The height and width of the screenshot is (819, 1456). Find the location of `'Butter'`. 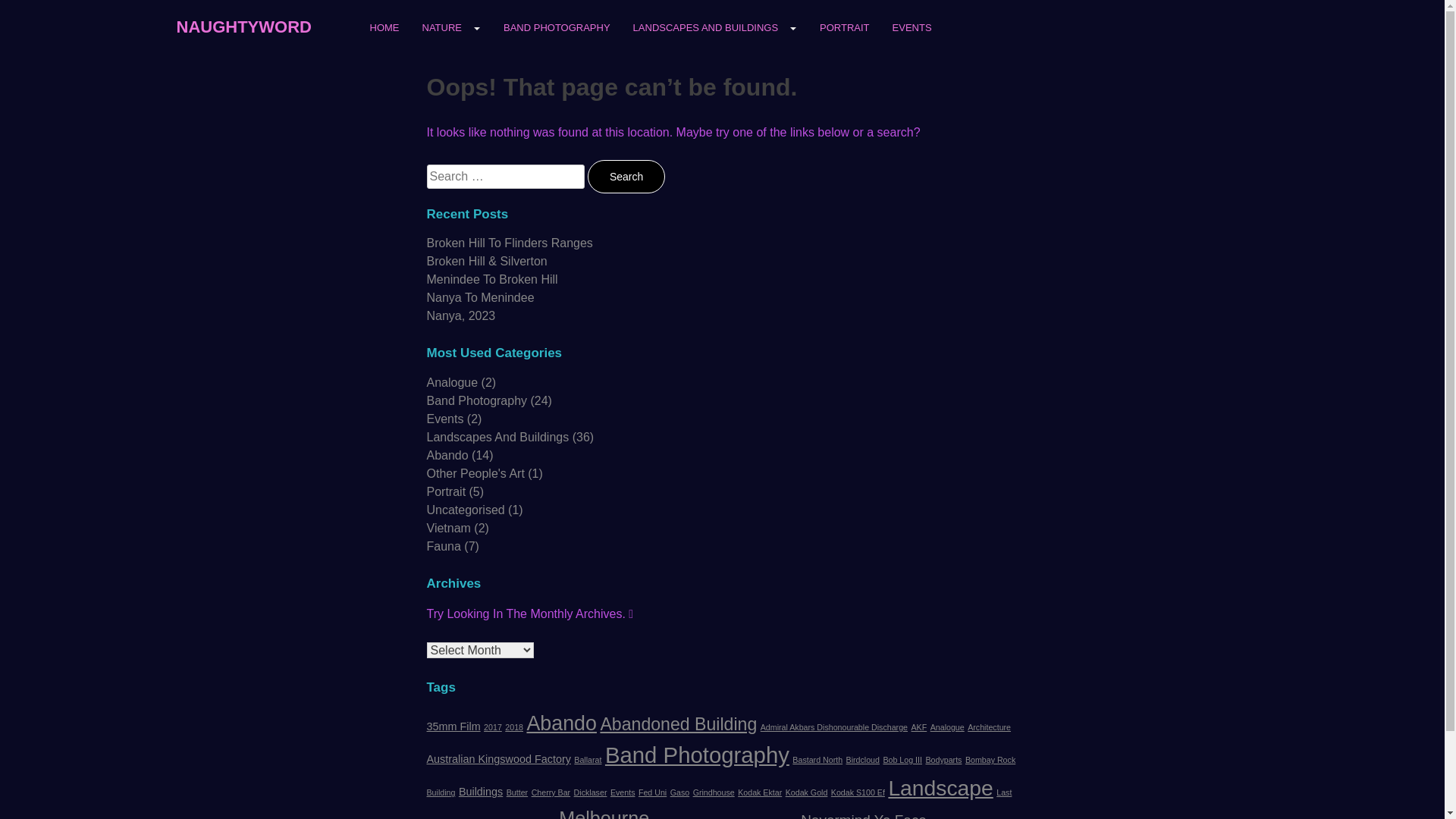

'Butter' is located at coordinates (516, 792).